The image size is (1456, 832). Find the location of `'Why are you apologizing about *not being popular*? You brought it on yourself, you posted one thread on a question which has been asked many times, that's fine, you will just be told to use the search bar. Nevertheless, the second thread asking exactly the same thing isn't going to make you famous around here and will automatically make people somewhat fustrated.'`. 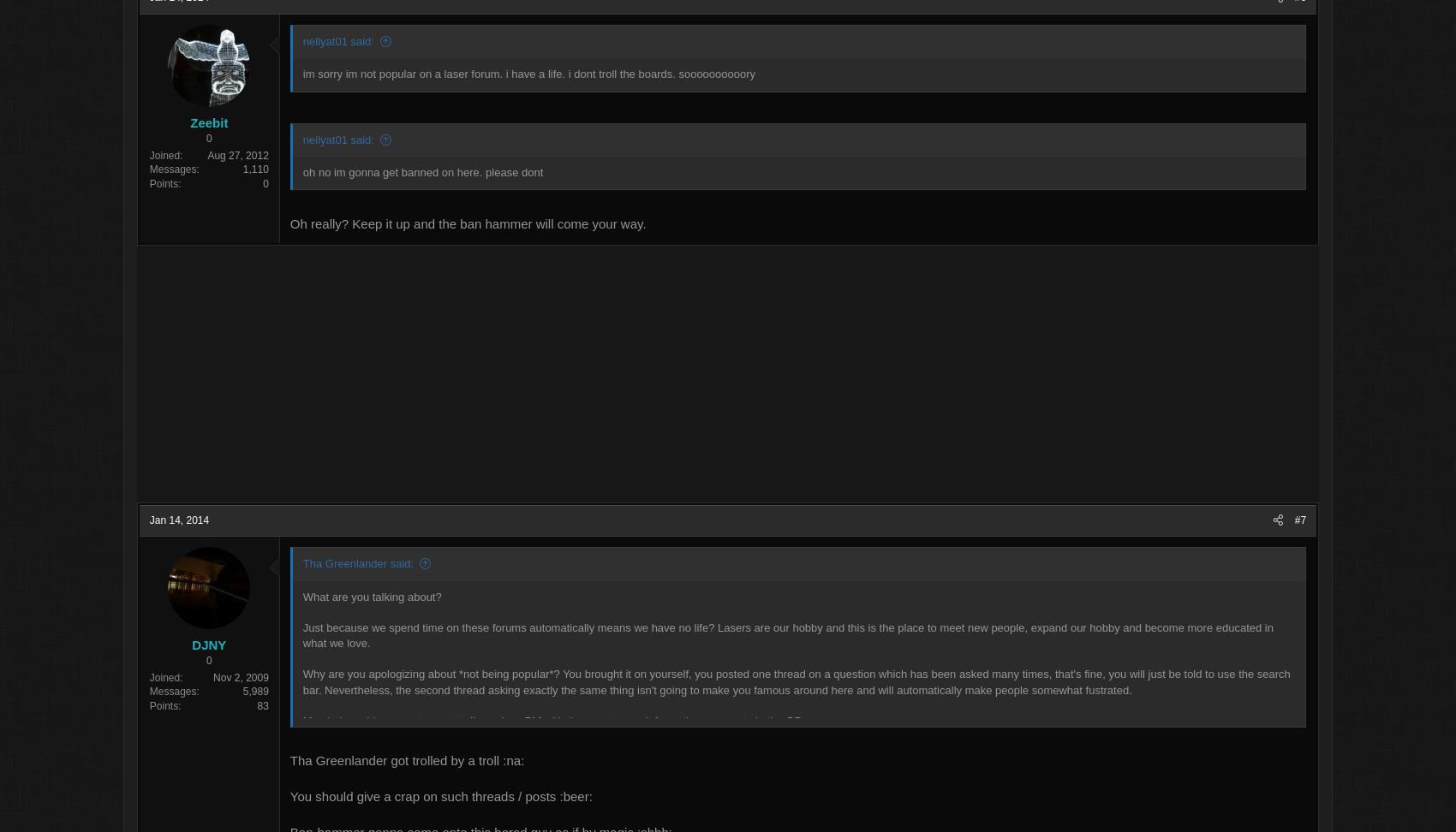

'Why are you apologizing about *not being popular*? You brought it on yourself, you posted one thread on a question which has been asked many times, that's fine, you will just be told to use the search bar. Nevertheless, the second thread asking exactly the same thing isn't going to make you famous around here and will automatically make people somewhat fustrated.' is located at coordinates (797, 690).